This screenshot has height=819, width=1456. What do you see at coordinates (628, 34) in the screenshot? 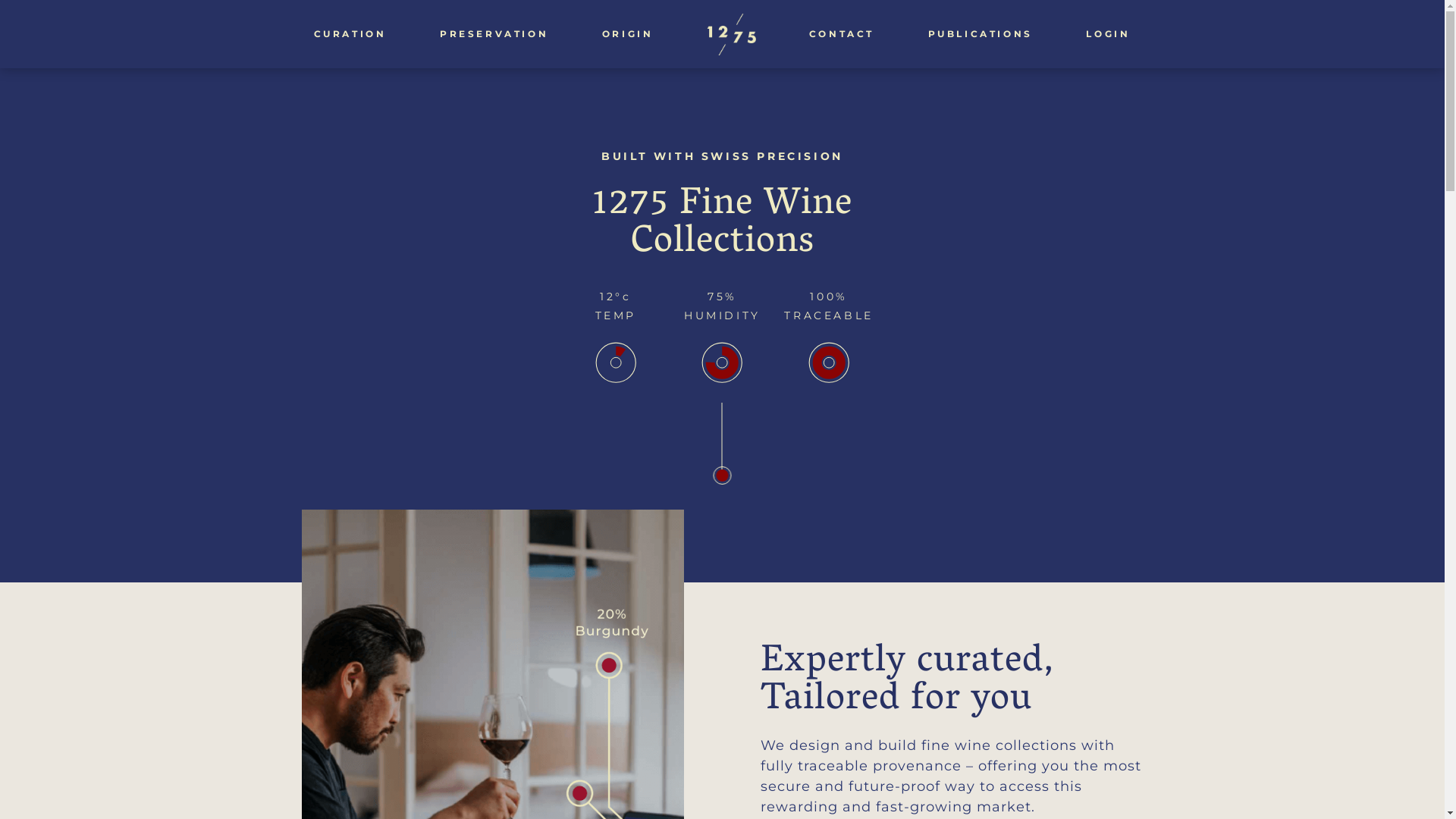
I see `'ORIGIN'` at bounding box center [628, 34].